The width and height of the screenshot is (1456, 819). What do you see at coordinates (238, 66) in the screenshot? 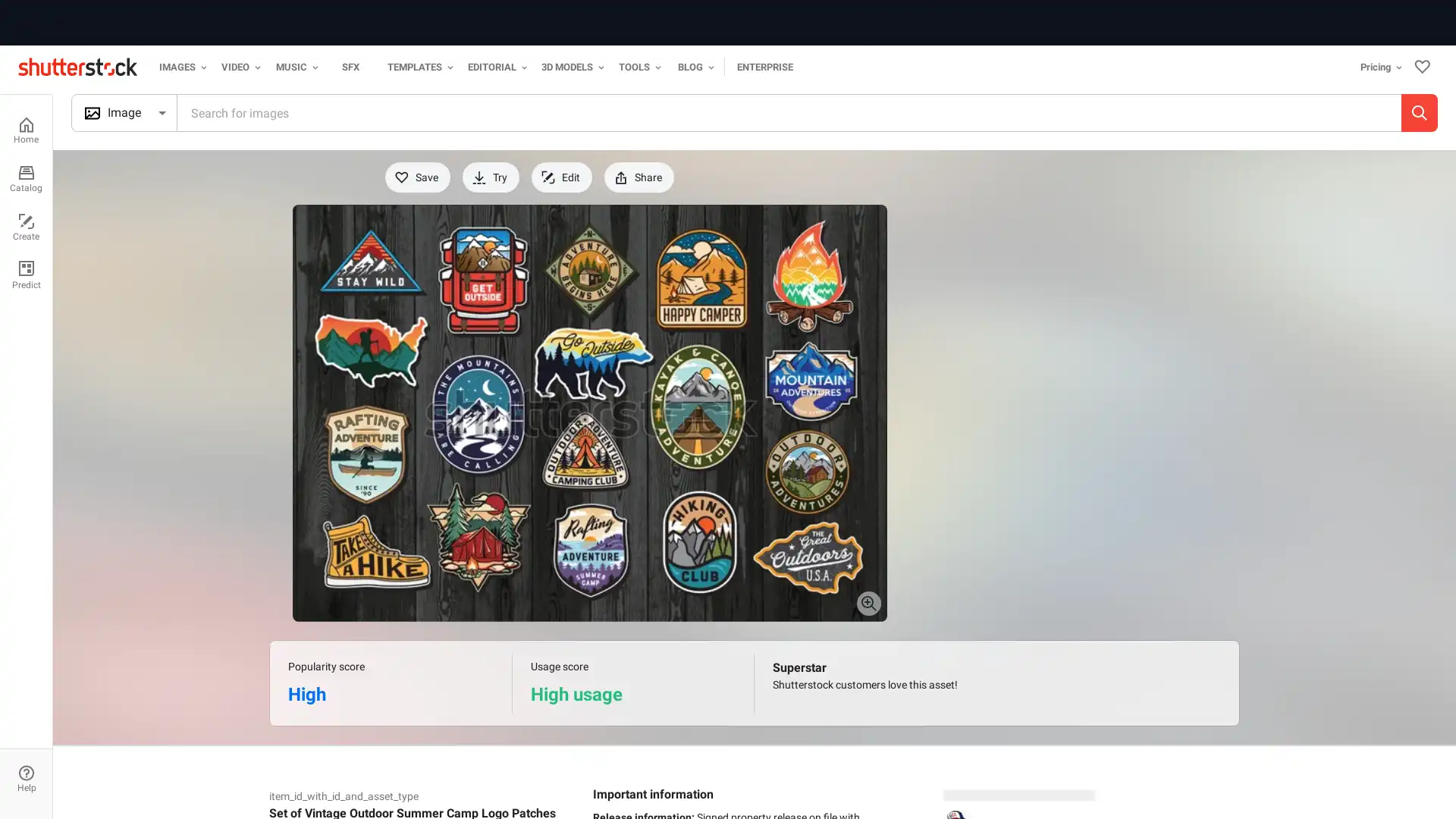
I see `Video` at bounding box center [238, 66].